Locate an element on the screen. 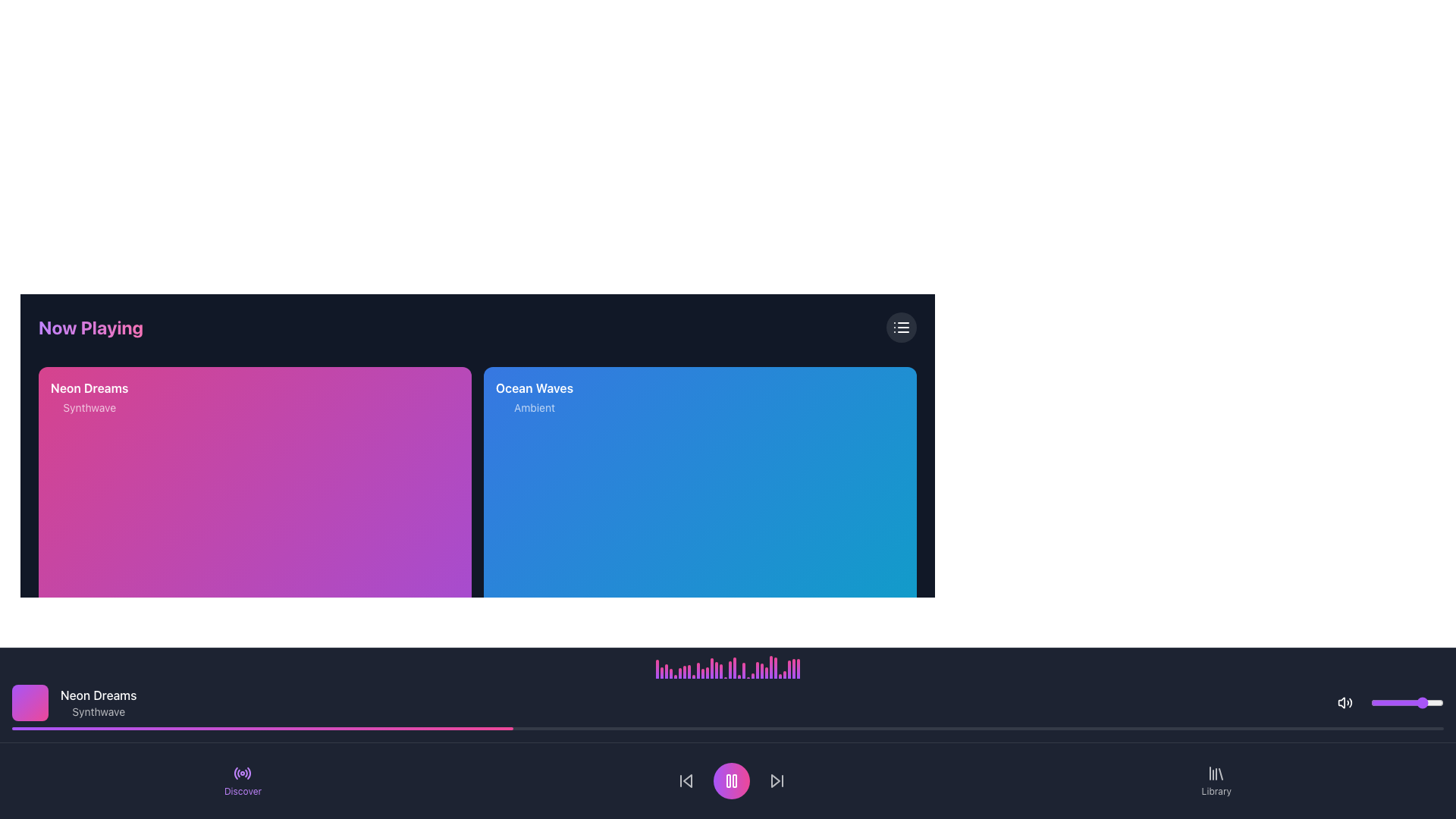  the slider is located at coordinates (1424, 702).